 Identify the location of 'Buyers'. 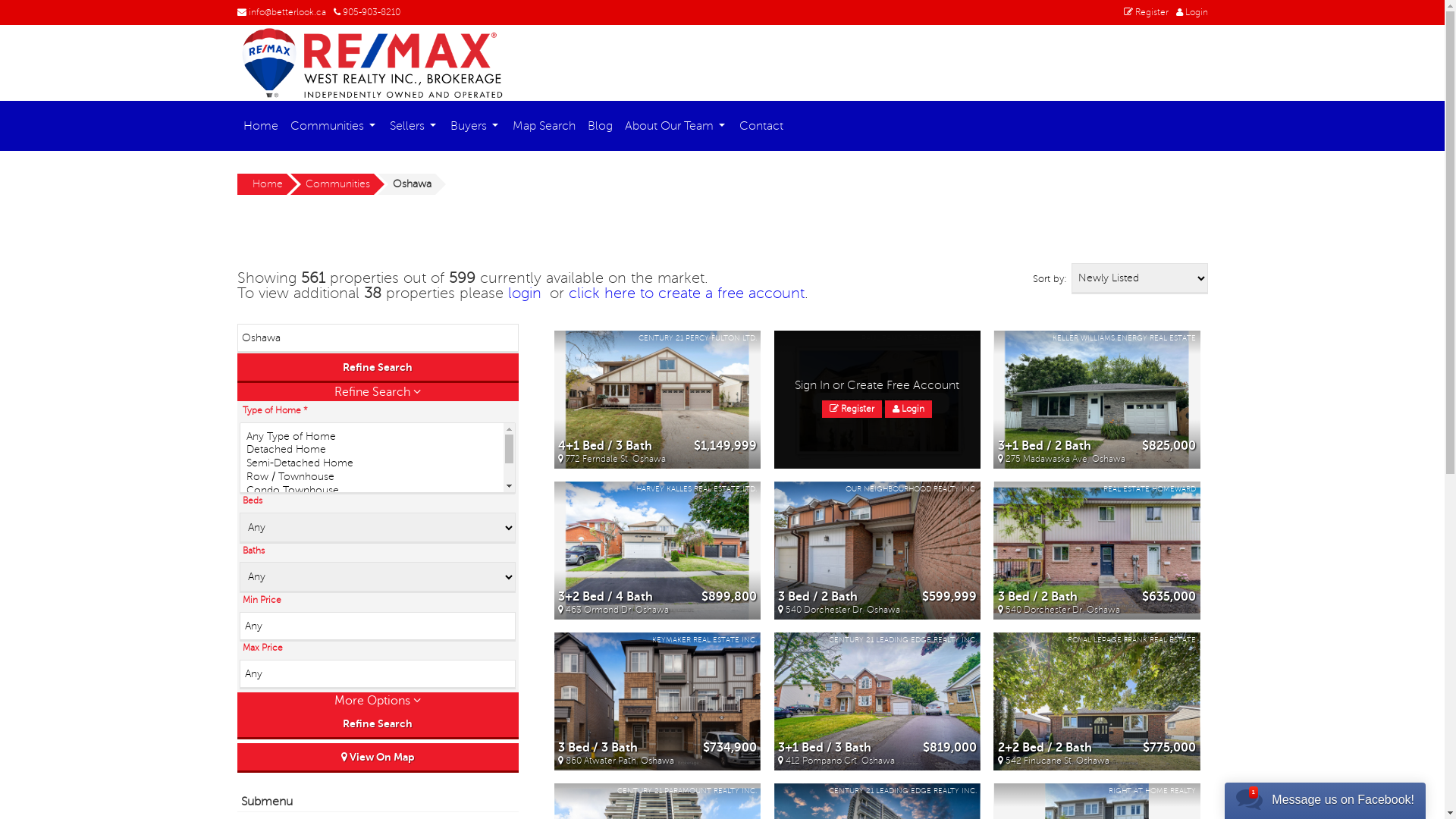
(475, 124).